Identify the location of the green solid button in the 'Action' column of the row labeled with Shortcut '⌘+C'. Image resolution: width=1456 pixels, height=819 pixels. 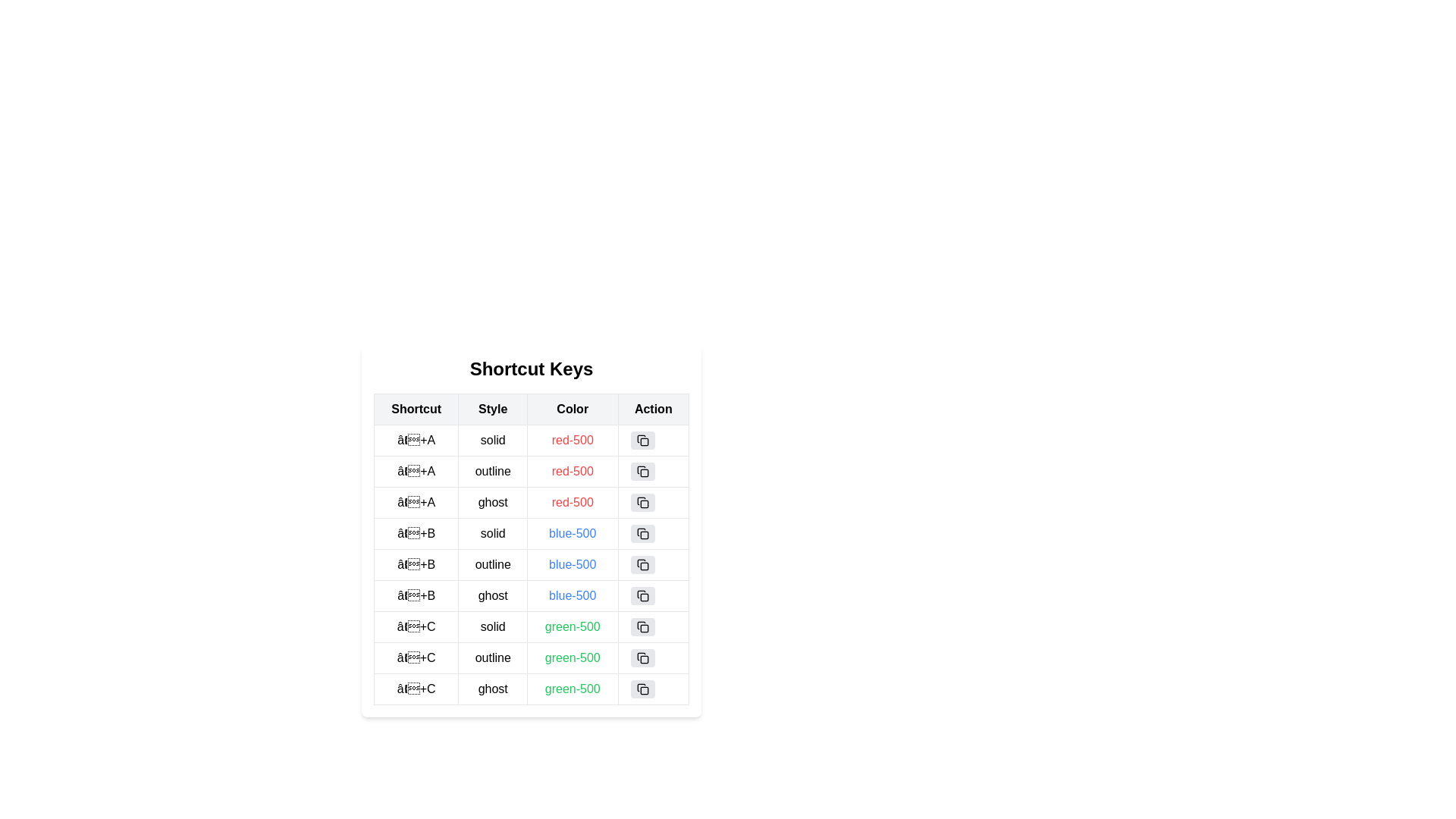
(642, 626).